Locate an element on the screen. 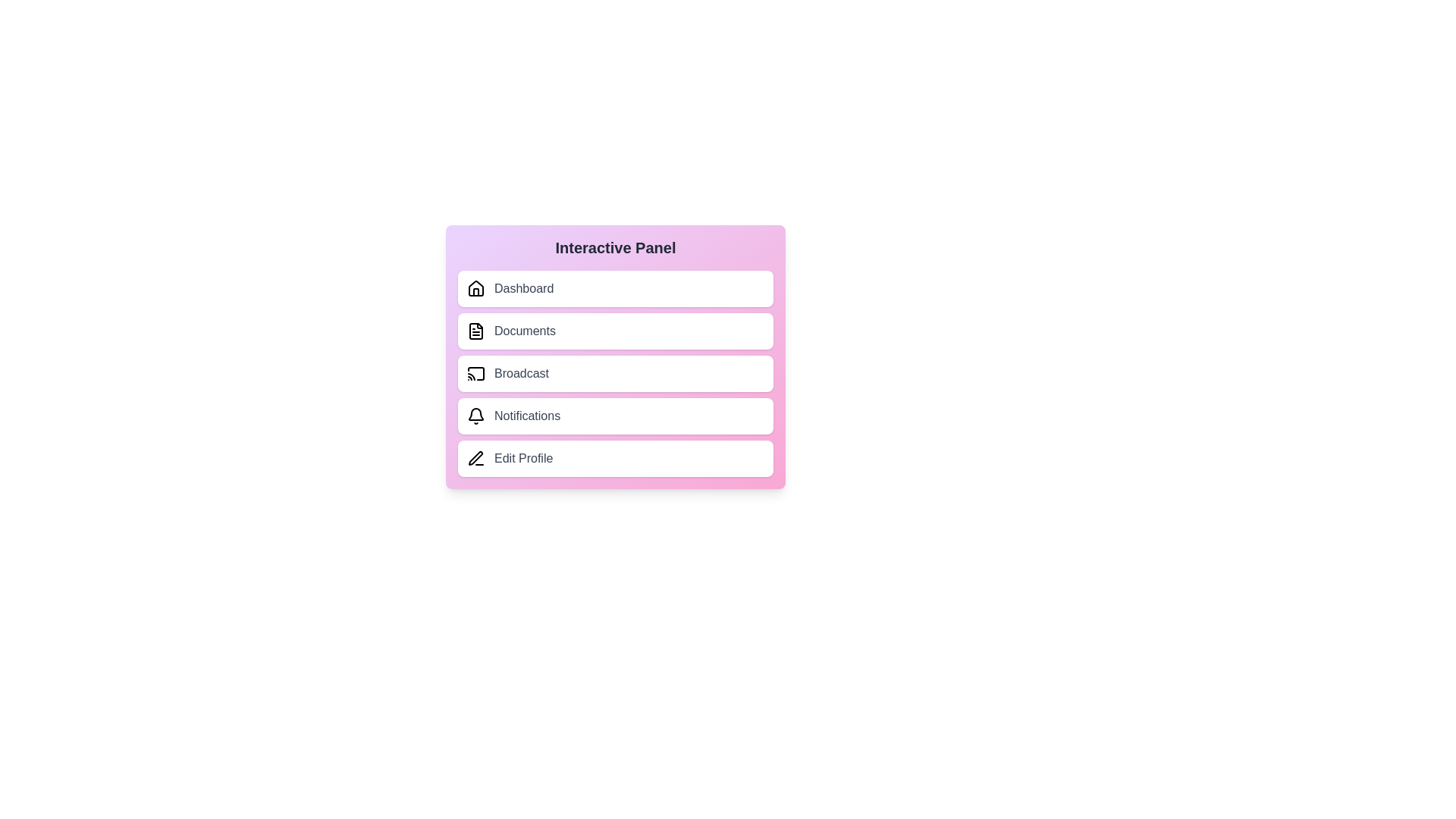 Image resolution: width=1456 pixels, height=819 pixels. the list item labeled Edit Profile is located at coordinates (615, 458).